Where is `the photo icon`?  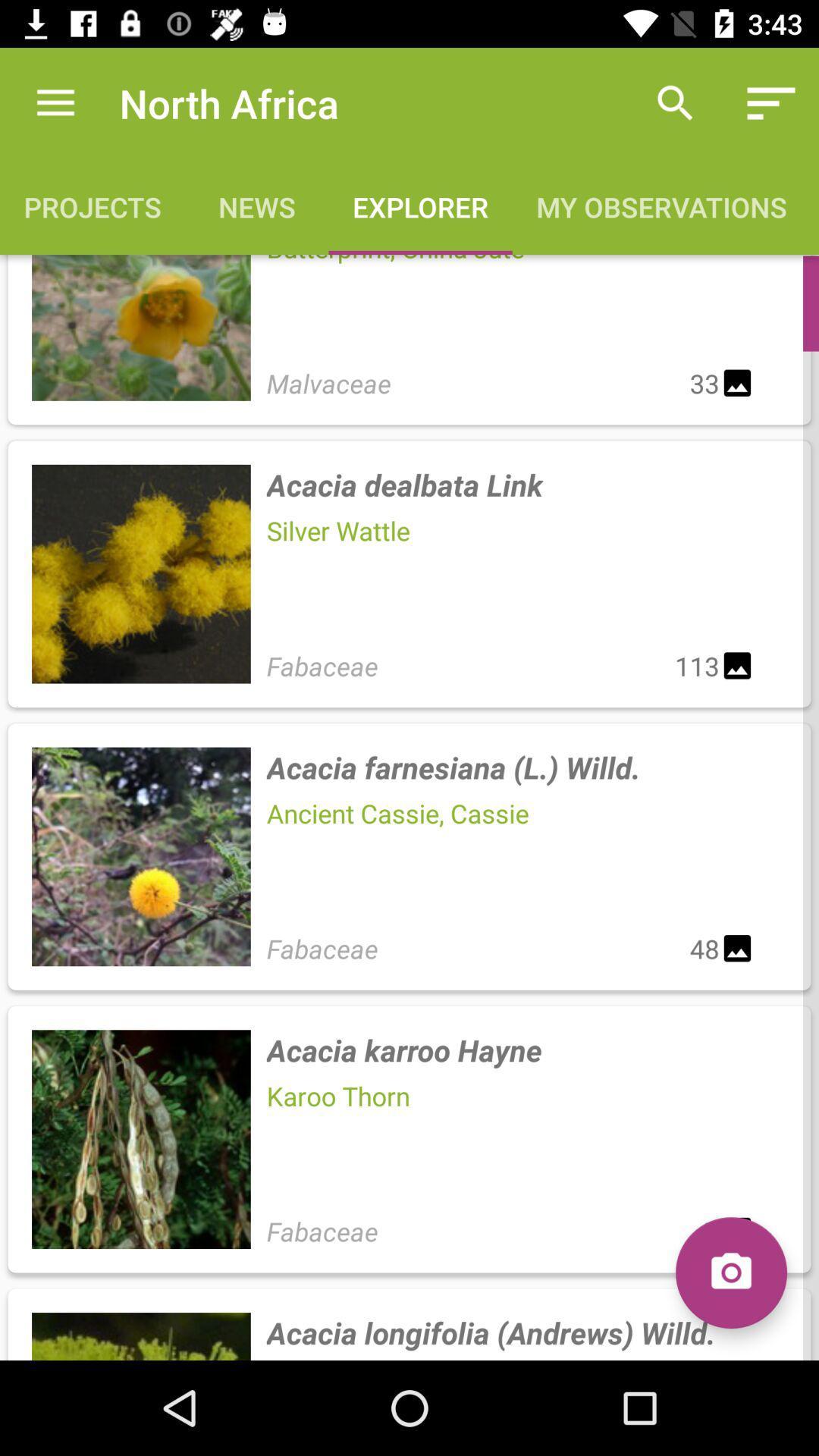
the photo icon is located at coordinates (730, 1272).